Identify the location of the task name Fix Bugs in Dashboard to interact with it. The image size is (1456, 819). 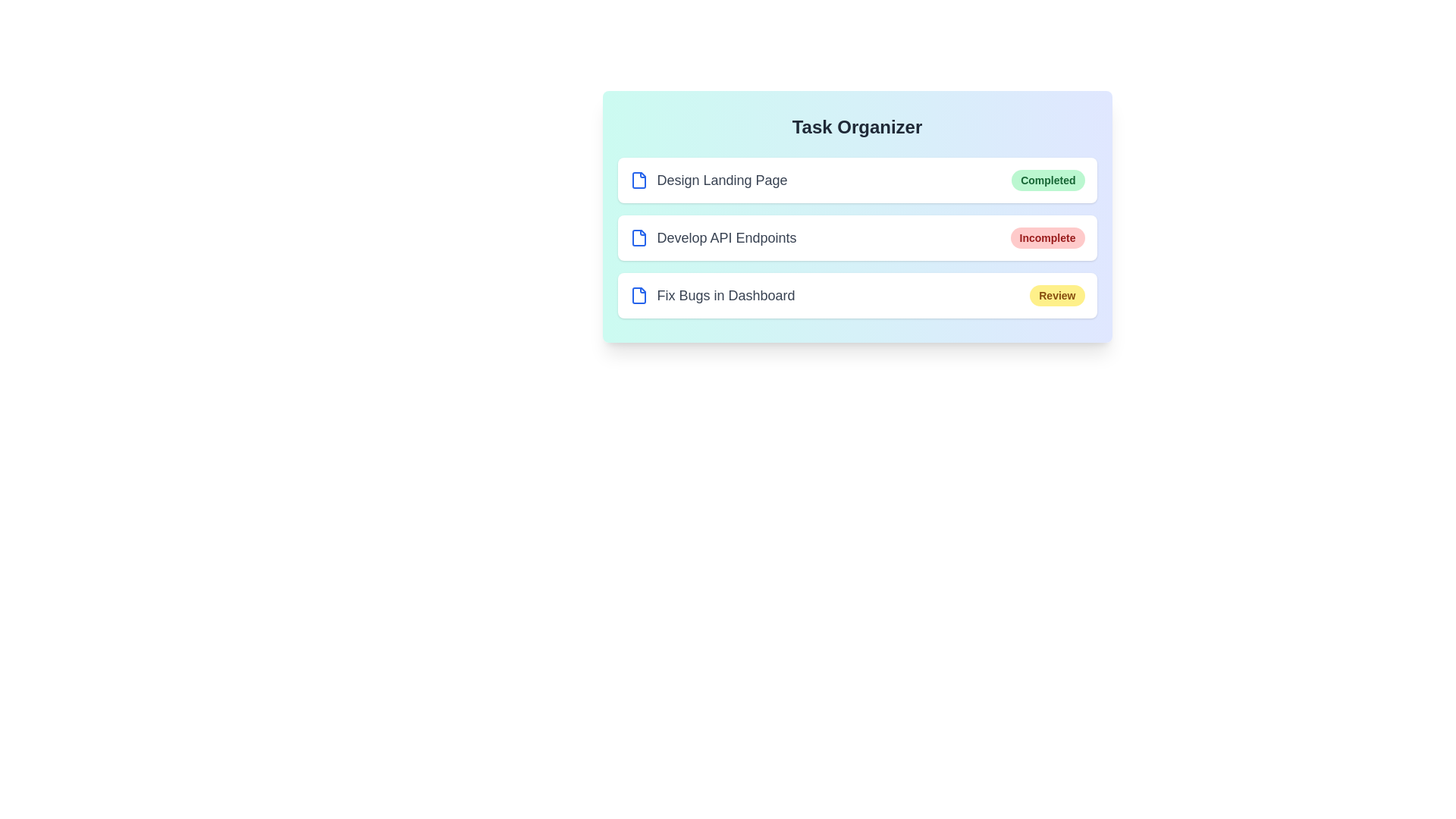
(711, 295).